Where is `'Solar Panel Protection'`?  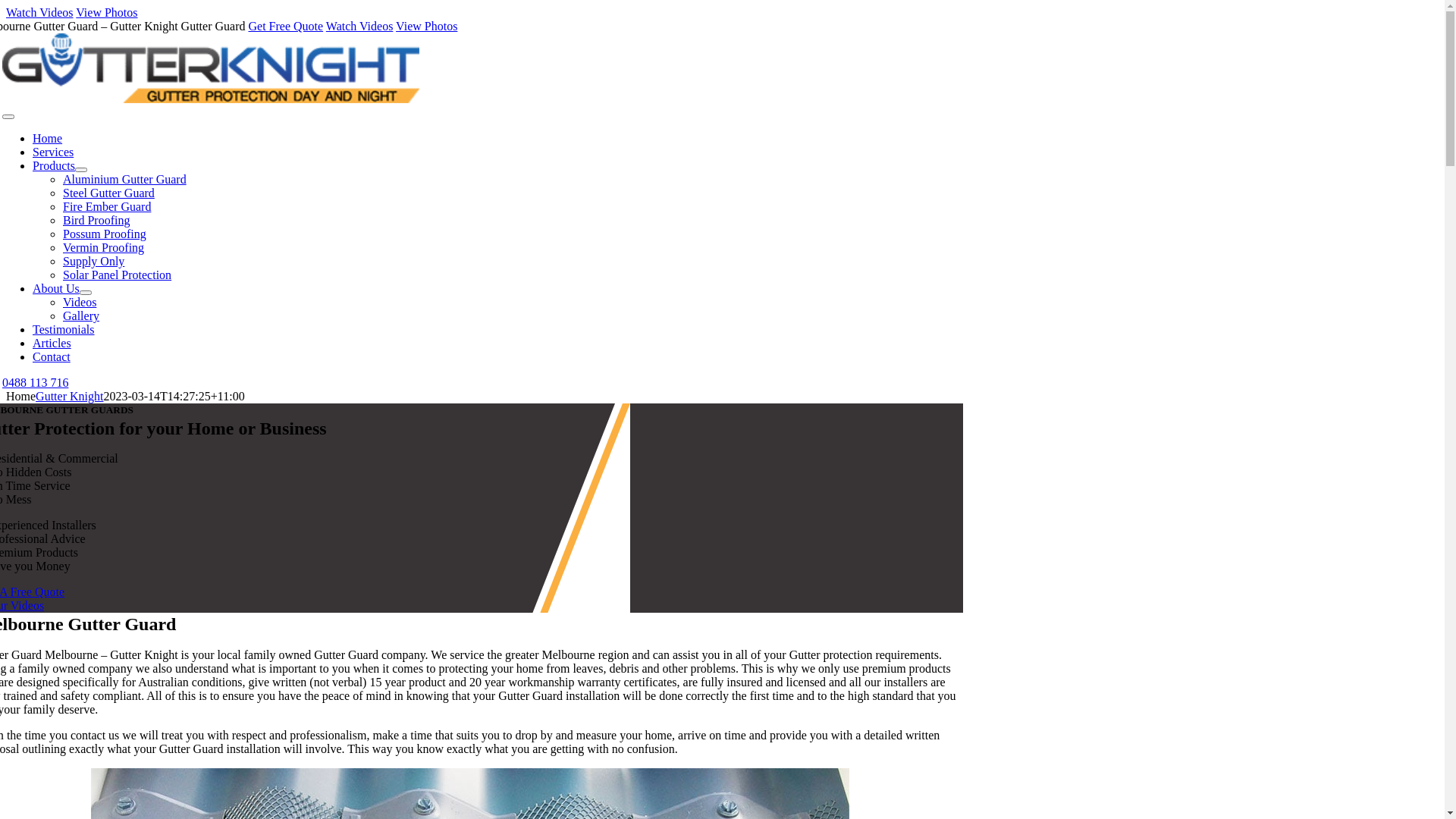 'Solar Panel Protection' is located at coordinates (61, 275).